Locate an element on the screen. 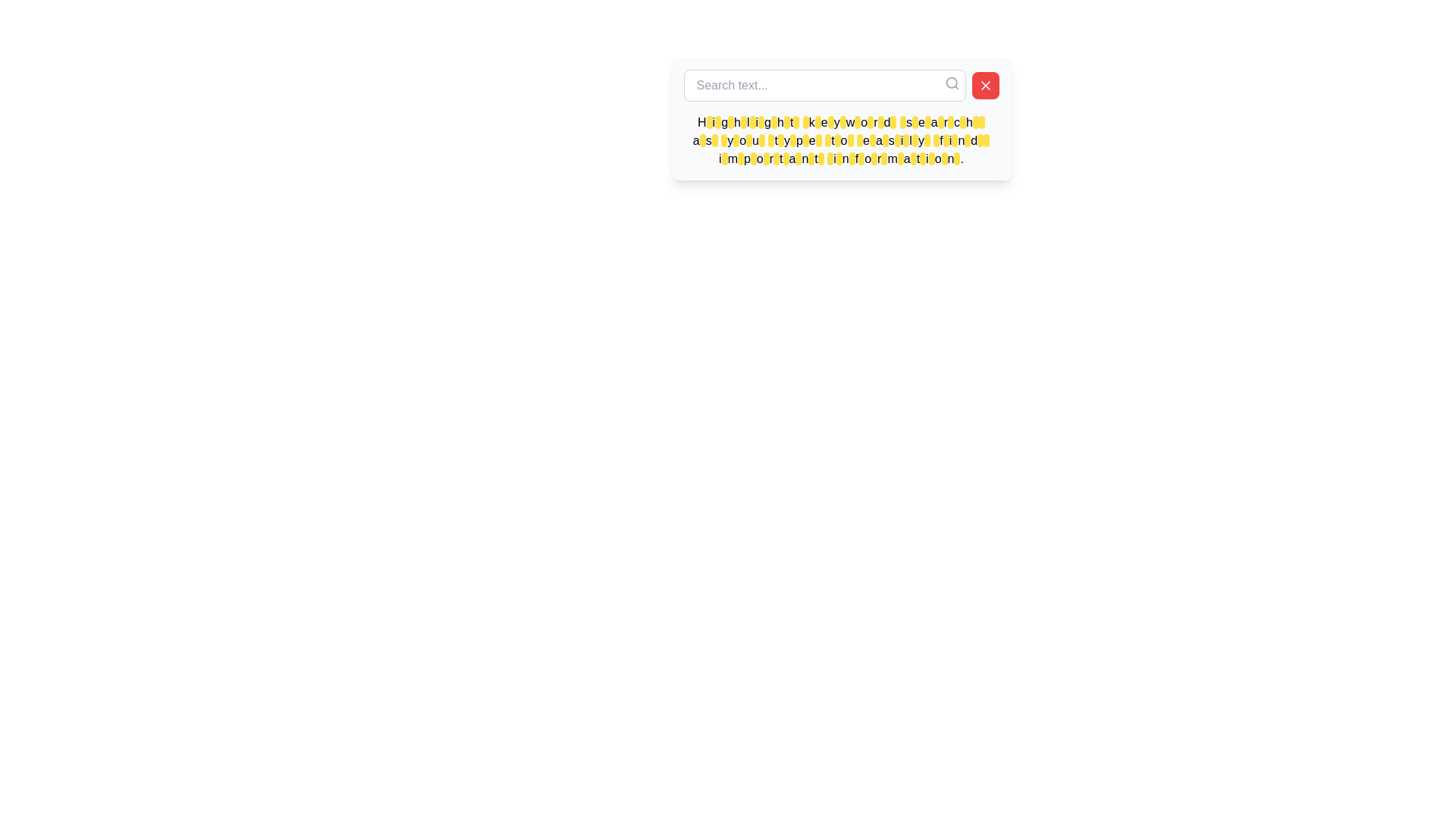  the small rectangular Text Highlight or Marker with a yellow background and black outline, located in the fourth row at the rightmost position among similar elements is located at coordinates (954, 140).